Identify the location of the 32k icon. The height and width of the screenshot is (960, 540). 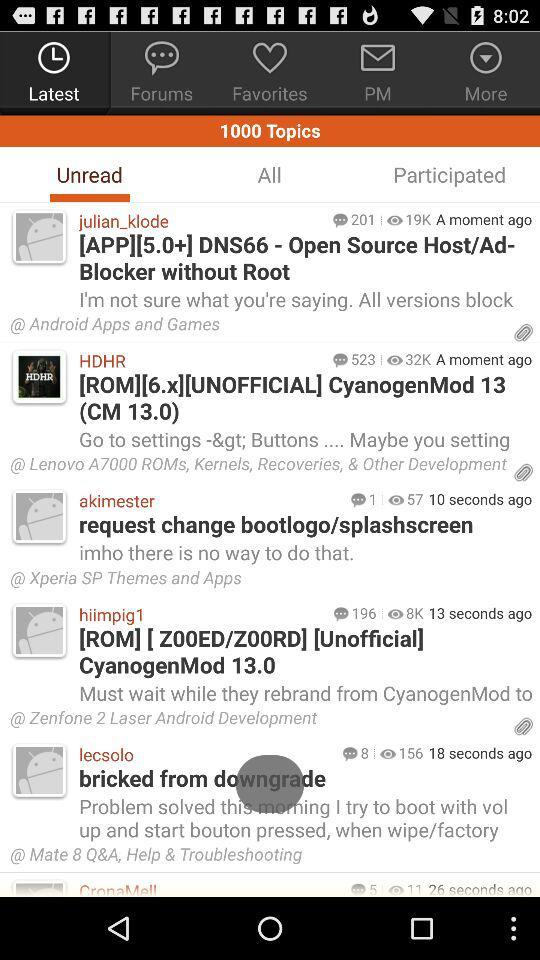
(417, 359).